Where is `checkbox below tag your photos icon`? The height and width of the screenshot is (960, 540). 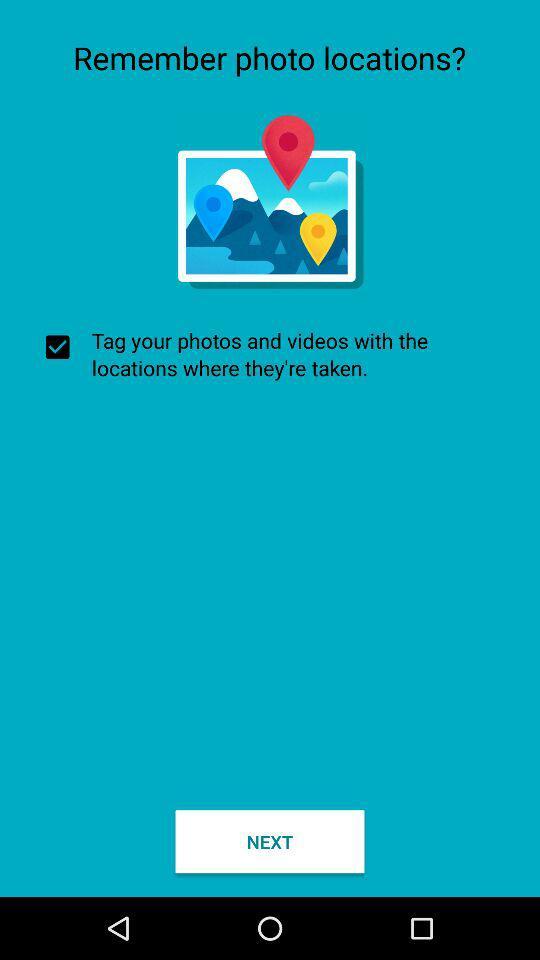
checkbox below tag your photos icon is located at coordinates (270, 840).